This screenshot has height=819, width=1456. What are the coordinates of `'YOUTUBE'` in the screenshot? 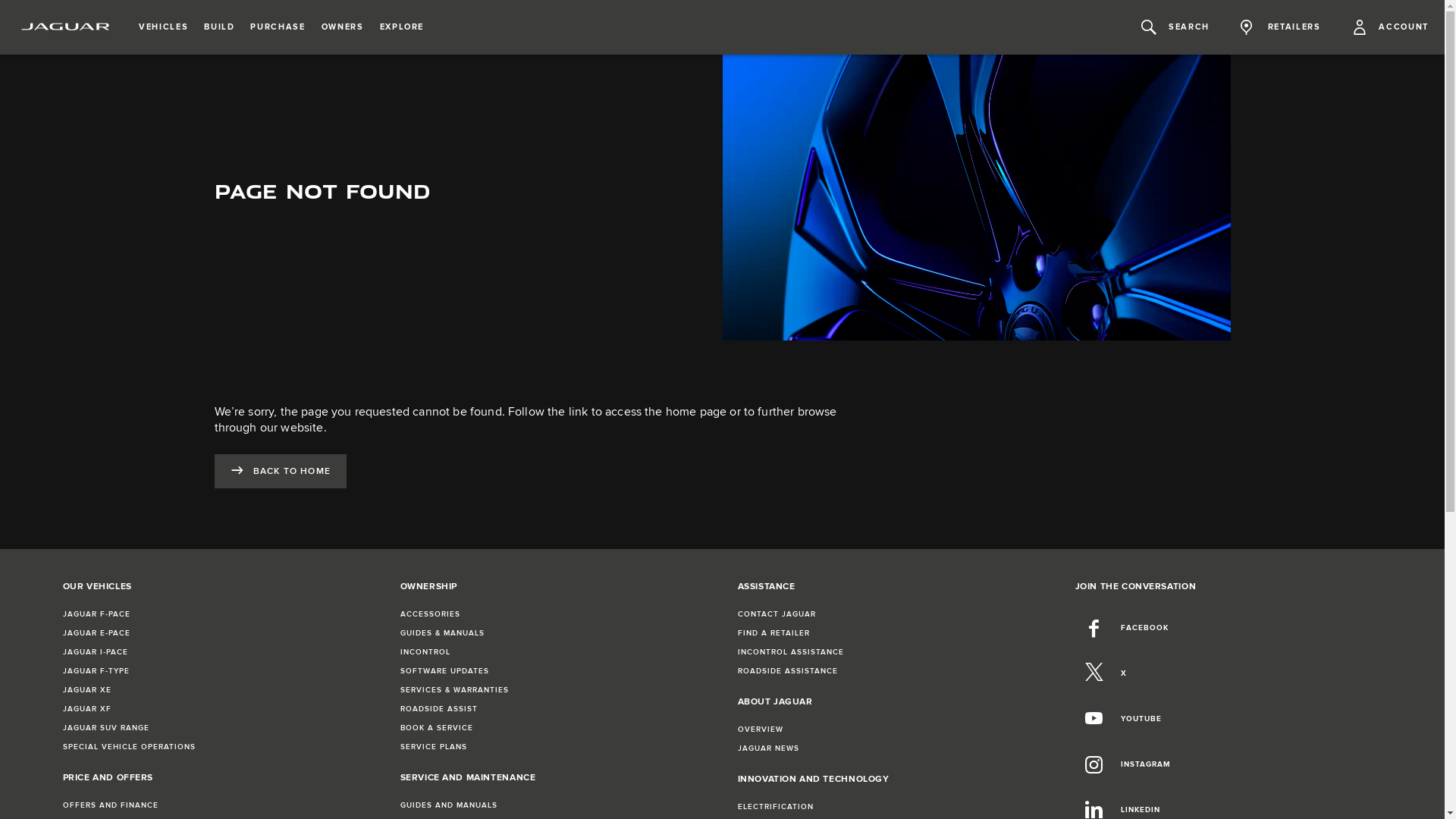 It's located at (1118, 718).